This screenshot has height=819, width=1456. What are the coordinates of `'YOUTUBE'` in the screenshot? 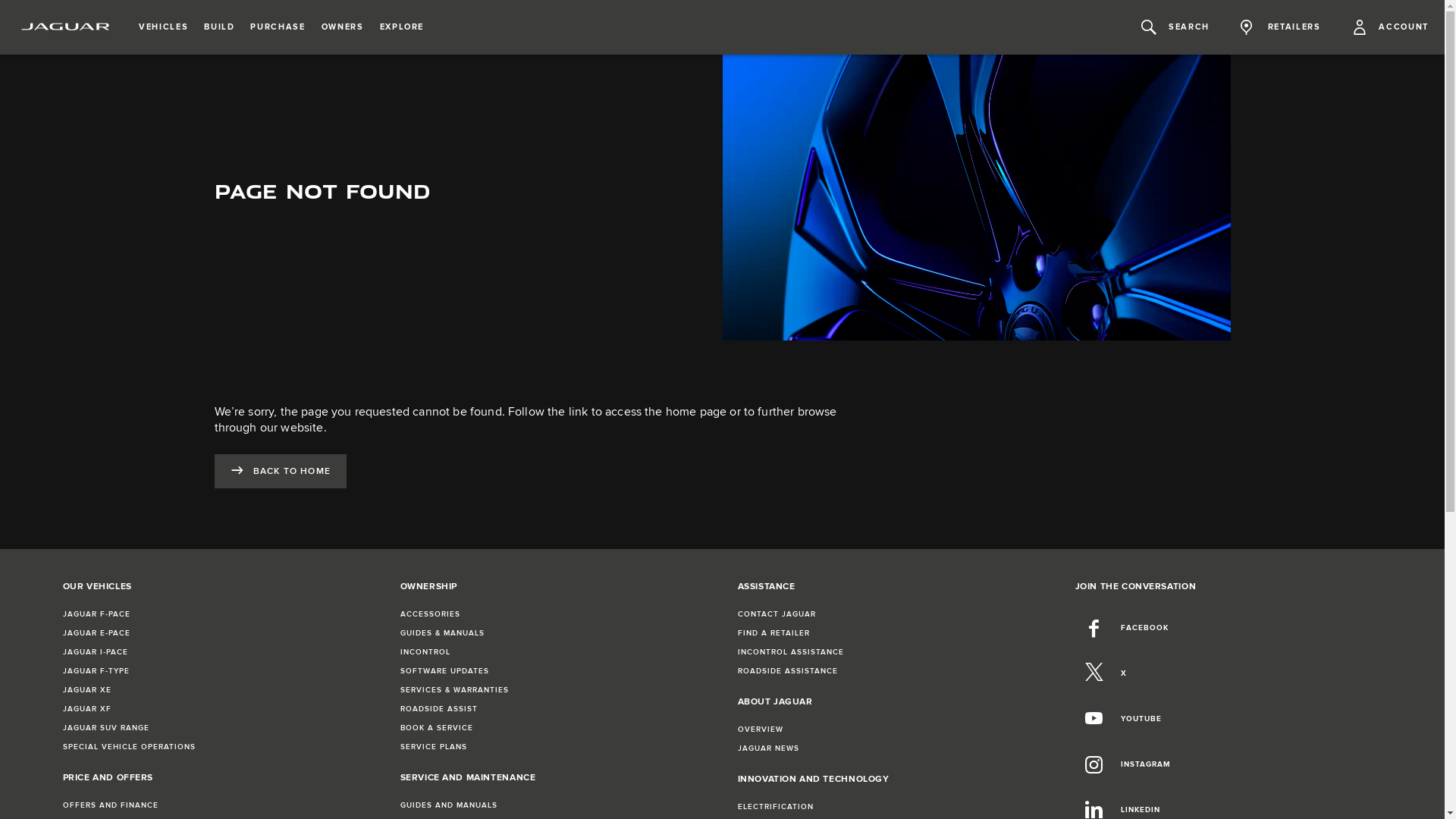 It's located at (1118, 718).